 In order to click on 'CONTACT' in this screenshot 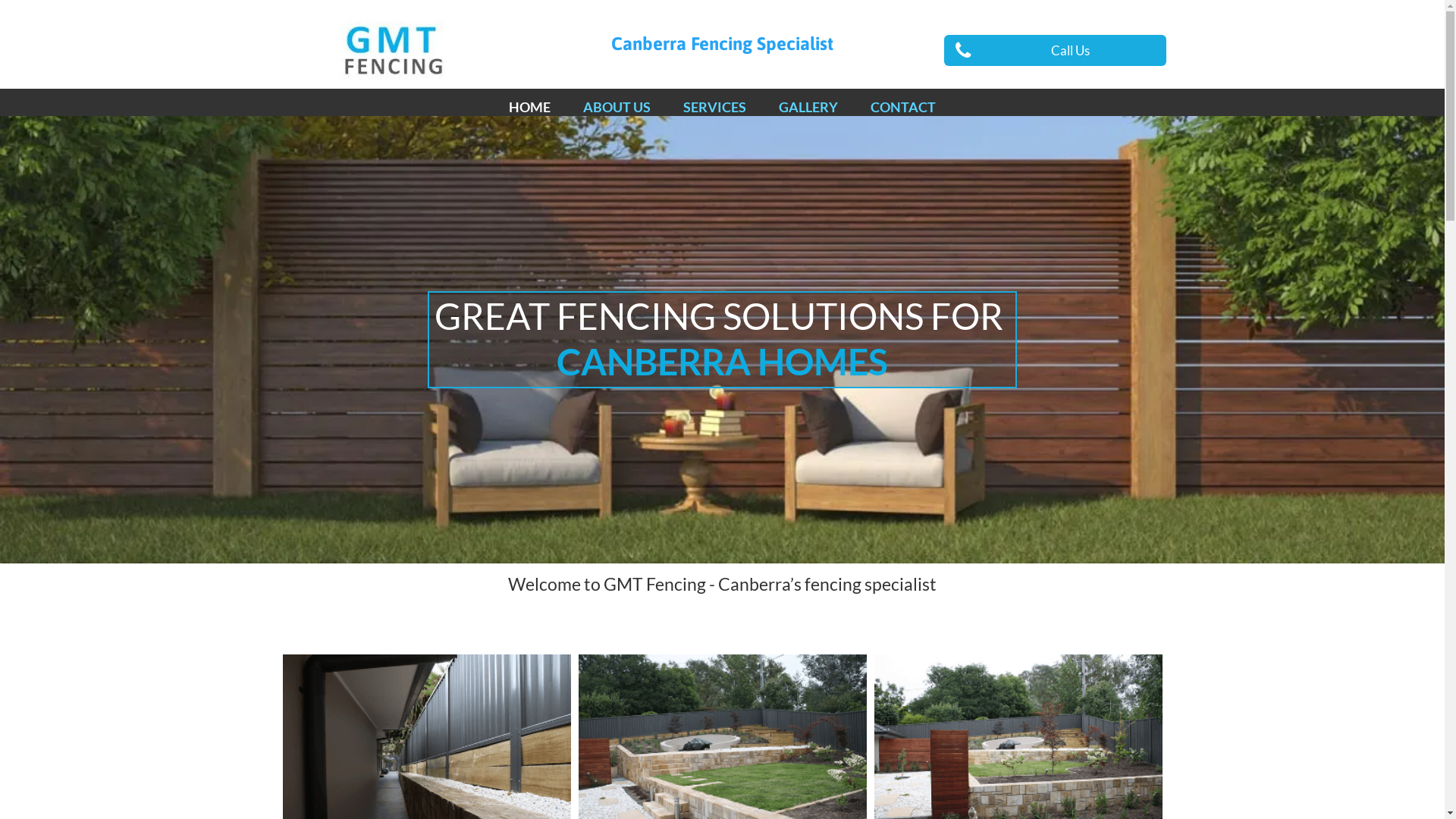, I will do `click(870, 106)`.